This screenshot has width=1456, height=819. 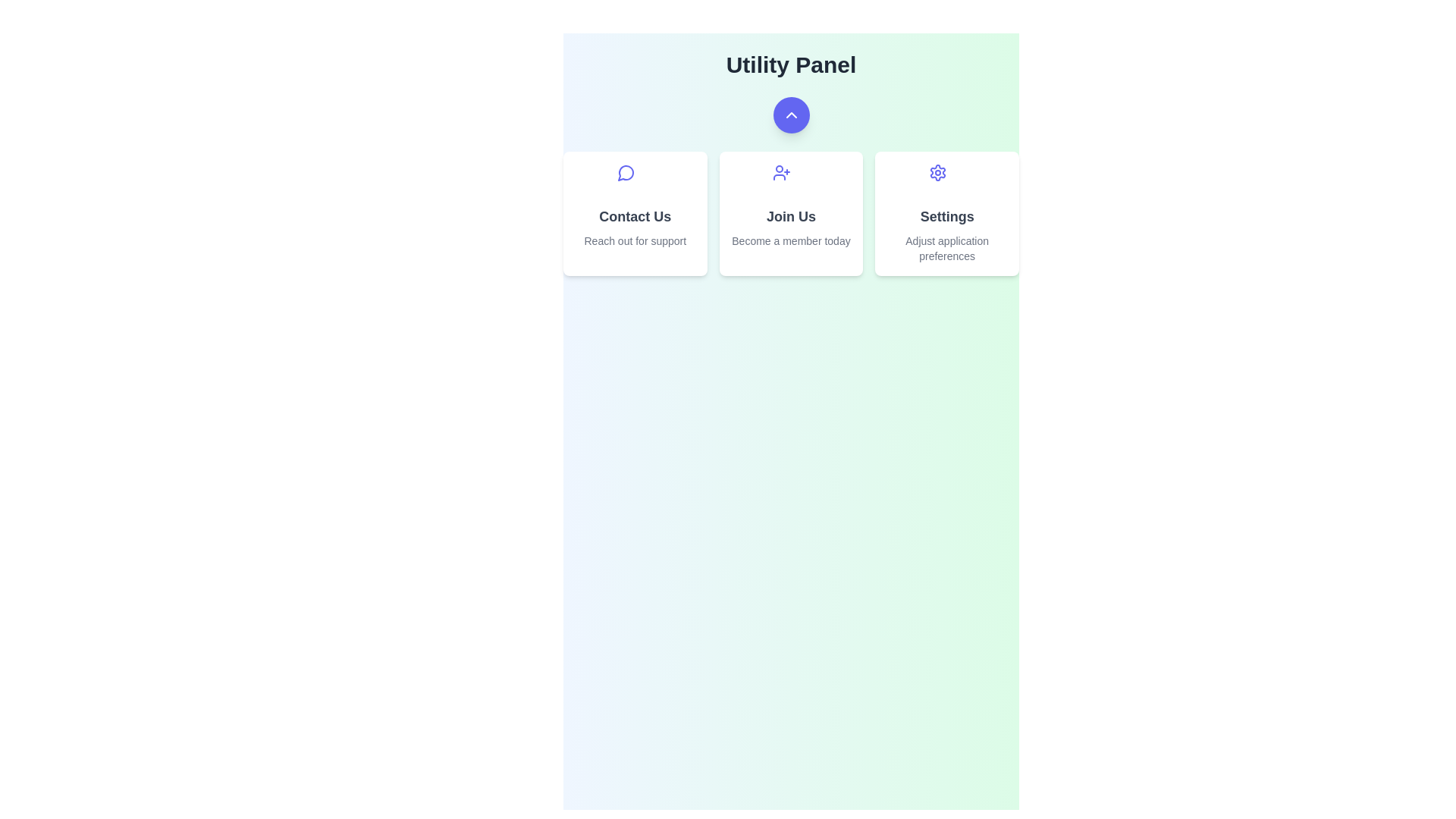 What do you see at coordinates (635, 213) in the screenshot?
I see `the 'Contact Us' card to open the relevant interaction` at bounding box center [635, 213].